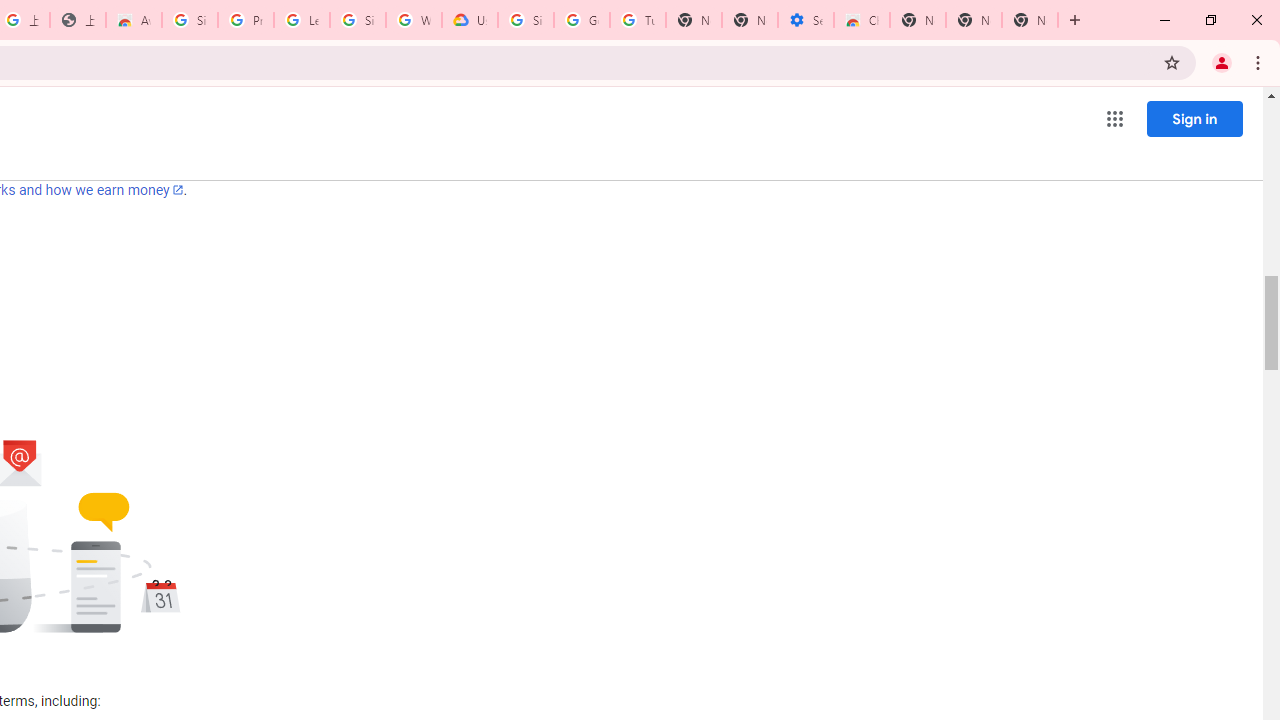  What do you see at coordinates (1209, 20) in the screenshot?
I see `'Restore'` at bounding box center [1209, 20].